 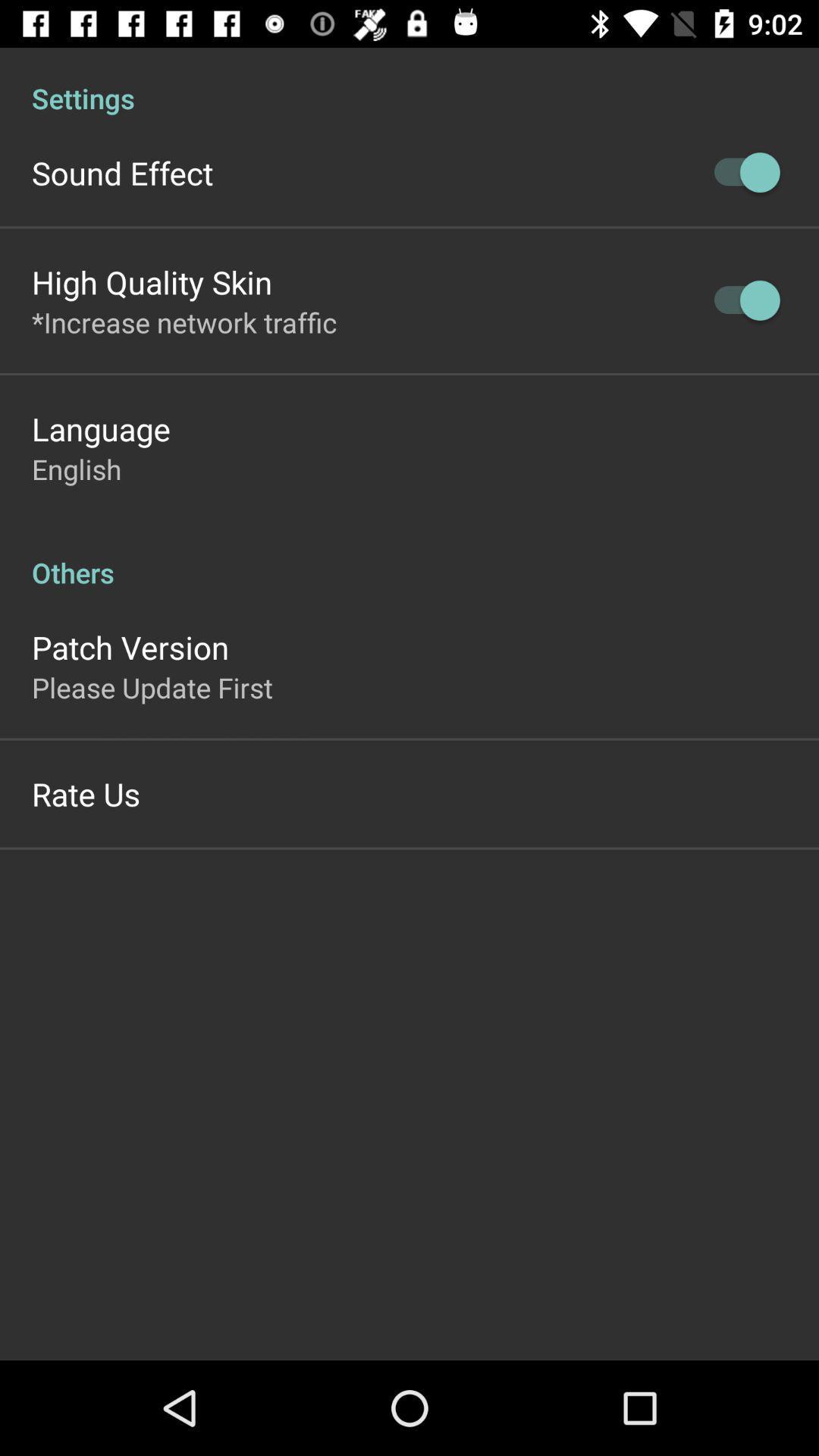 What do you see at coordinates (152, 282) in the screenshot?
I see `item above *increase network traffic icon` at bounding box center [152, 282].